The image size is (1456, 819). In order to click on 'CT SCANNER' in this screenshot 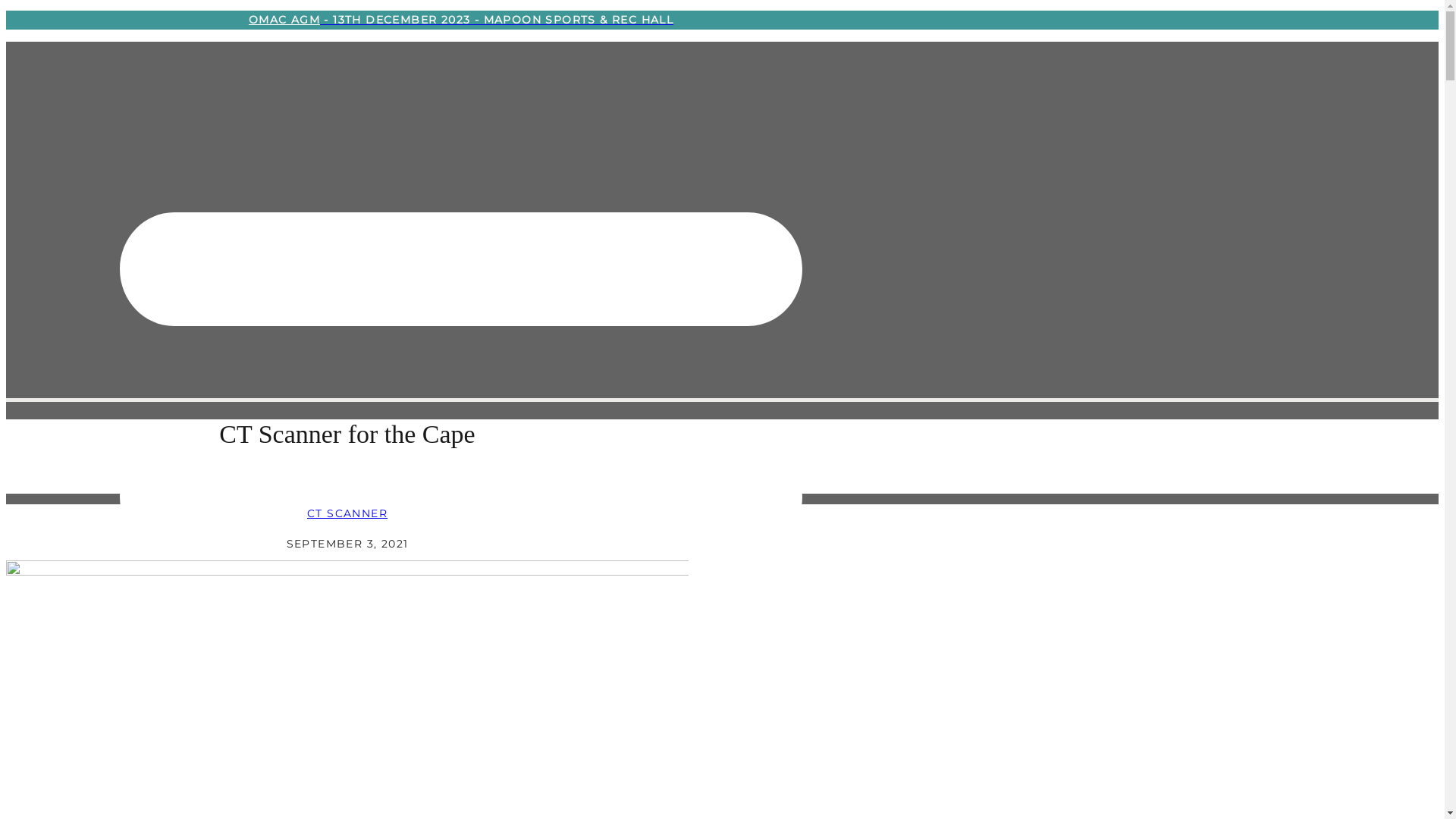, I will do `click(306, 513)`.